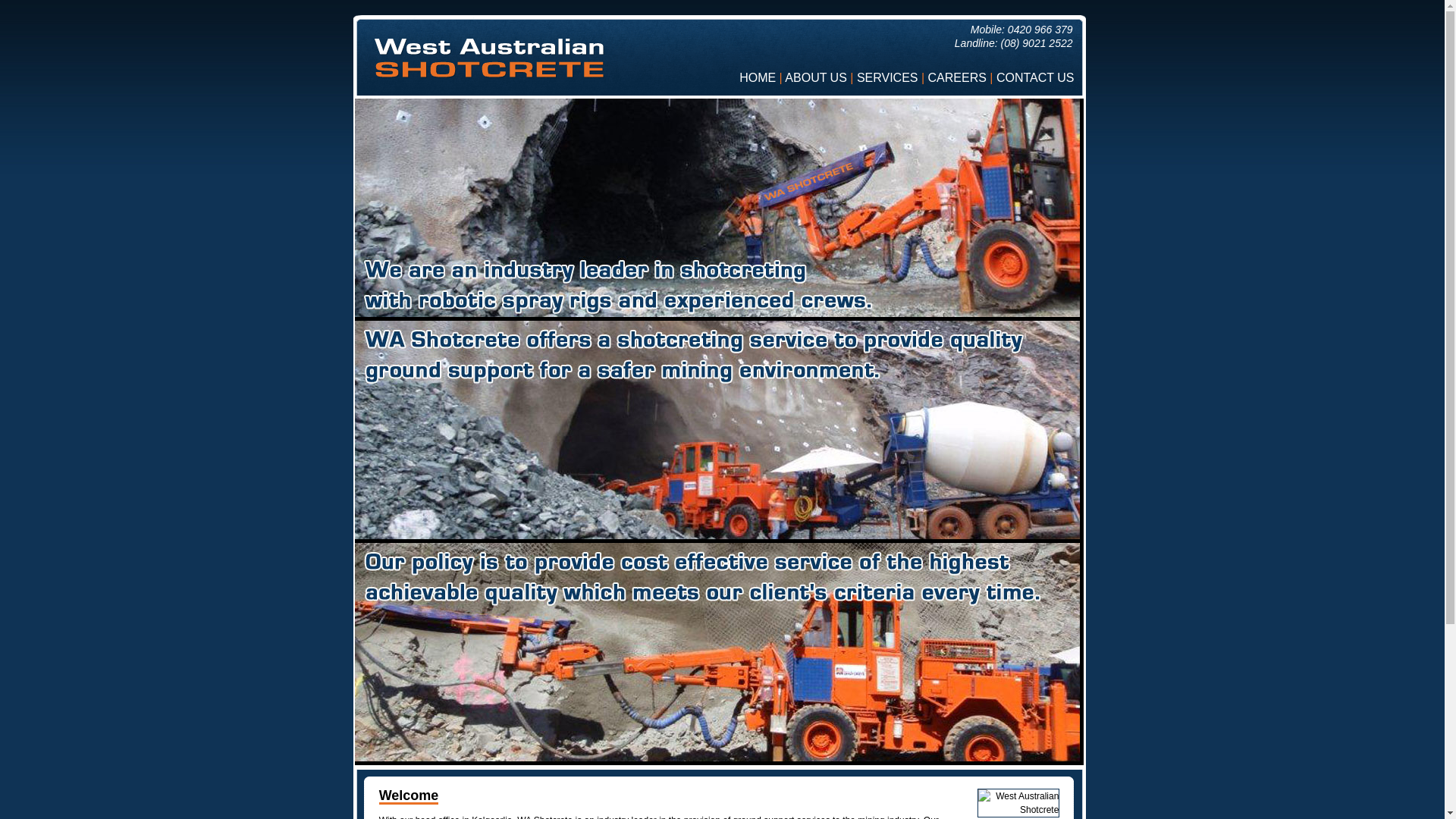  What do you see at coordinates (887, 77) in the screenshot?
I see `'SERVICES'` at bounding box center [887, 77].